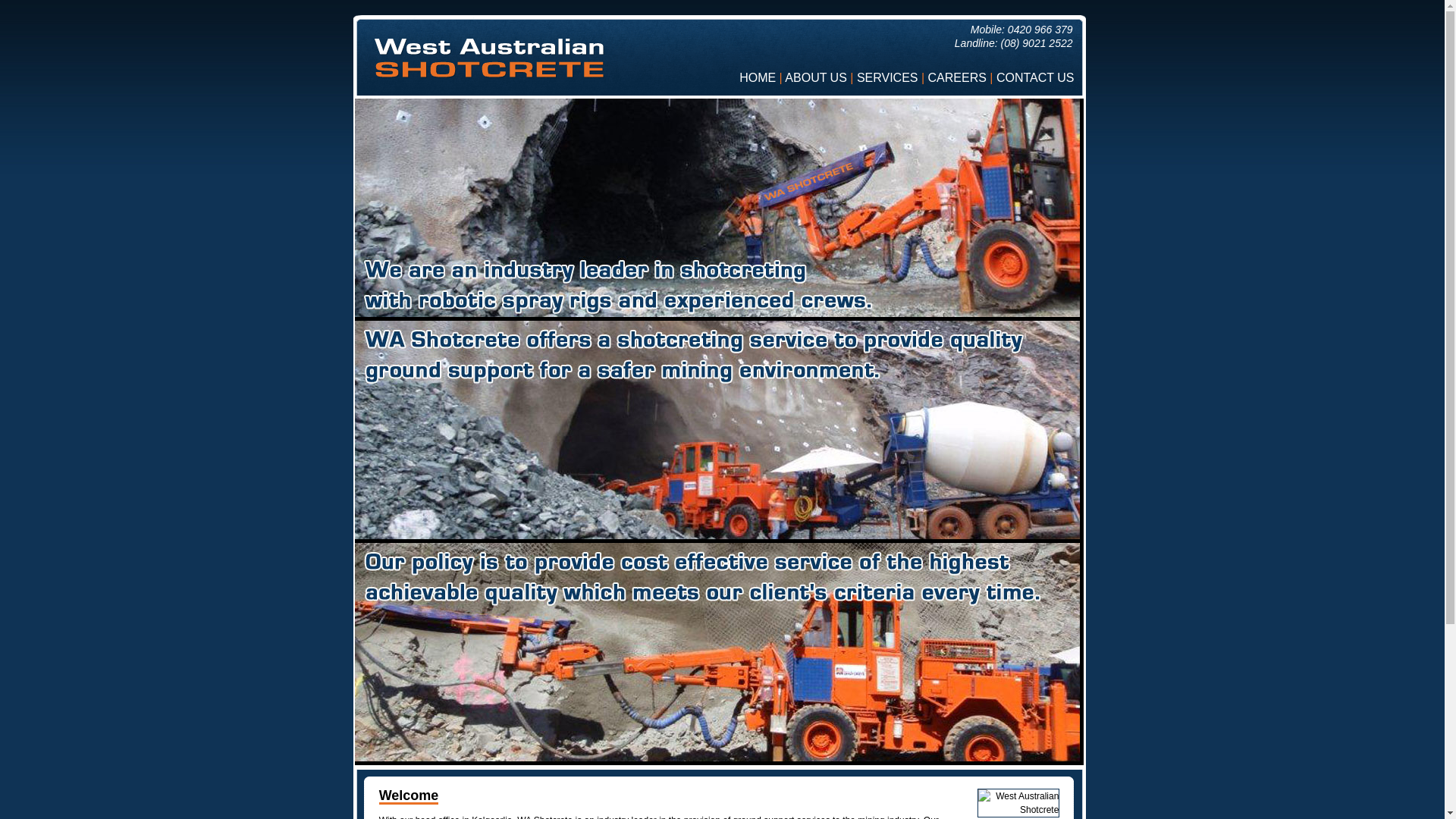  What do you see at coordinates (887, 77) in the screenshot?
I see `'SERVICES'` at bounding box center [887, 77].